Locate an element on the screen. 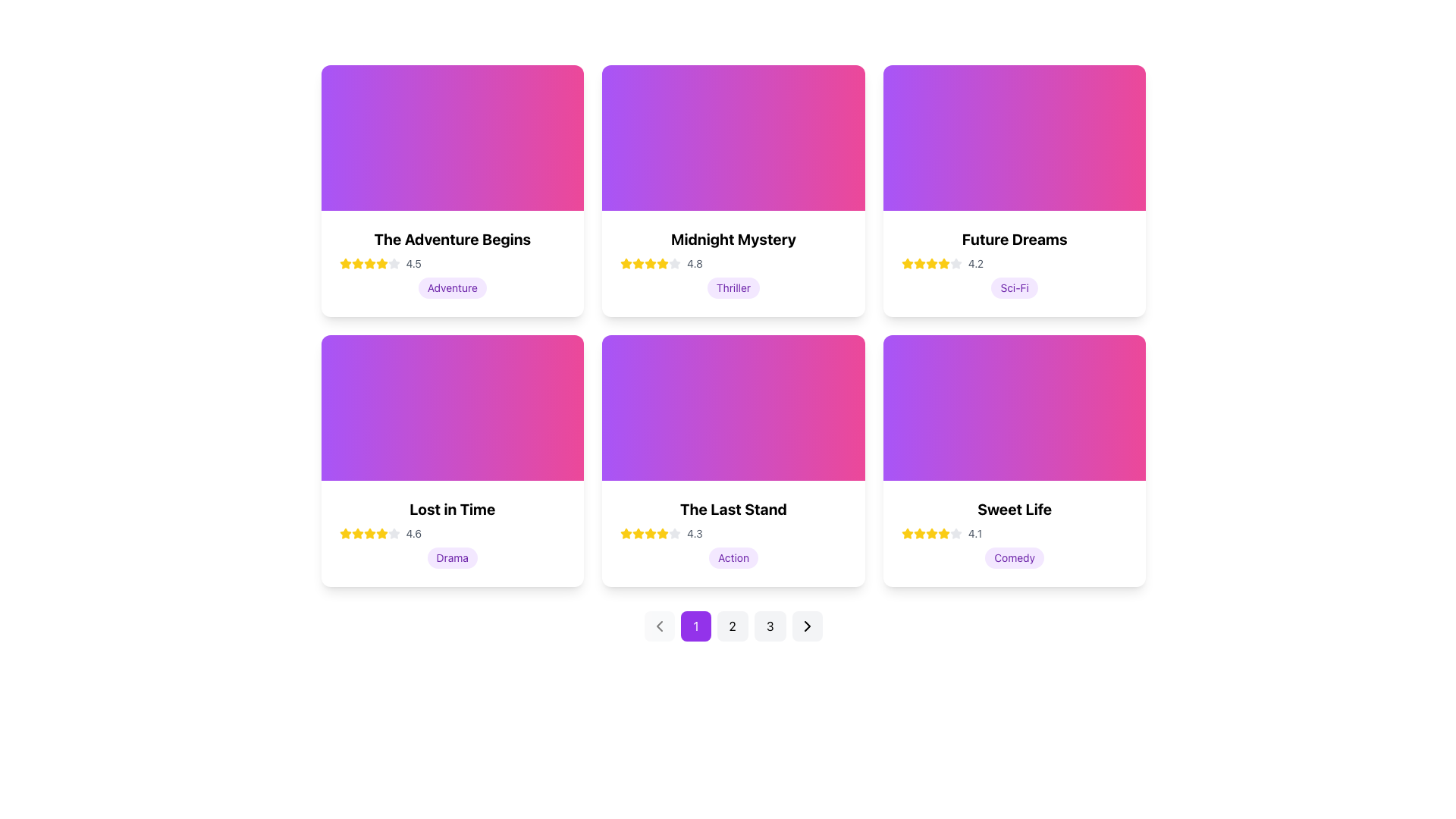 Image resolution: width=1456 pixels, height=819 pixels. the second star icon in a row of five, located below the title 'The Adventure Begins' and to the left of the numeric rating text '4.5', to indicate a filled state for the rating is located at coordinates (381, 262).